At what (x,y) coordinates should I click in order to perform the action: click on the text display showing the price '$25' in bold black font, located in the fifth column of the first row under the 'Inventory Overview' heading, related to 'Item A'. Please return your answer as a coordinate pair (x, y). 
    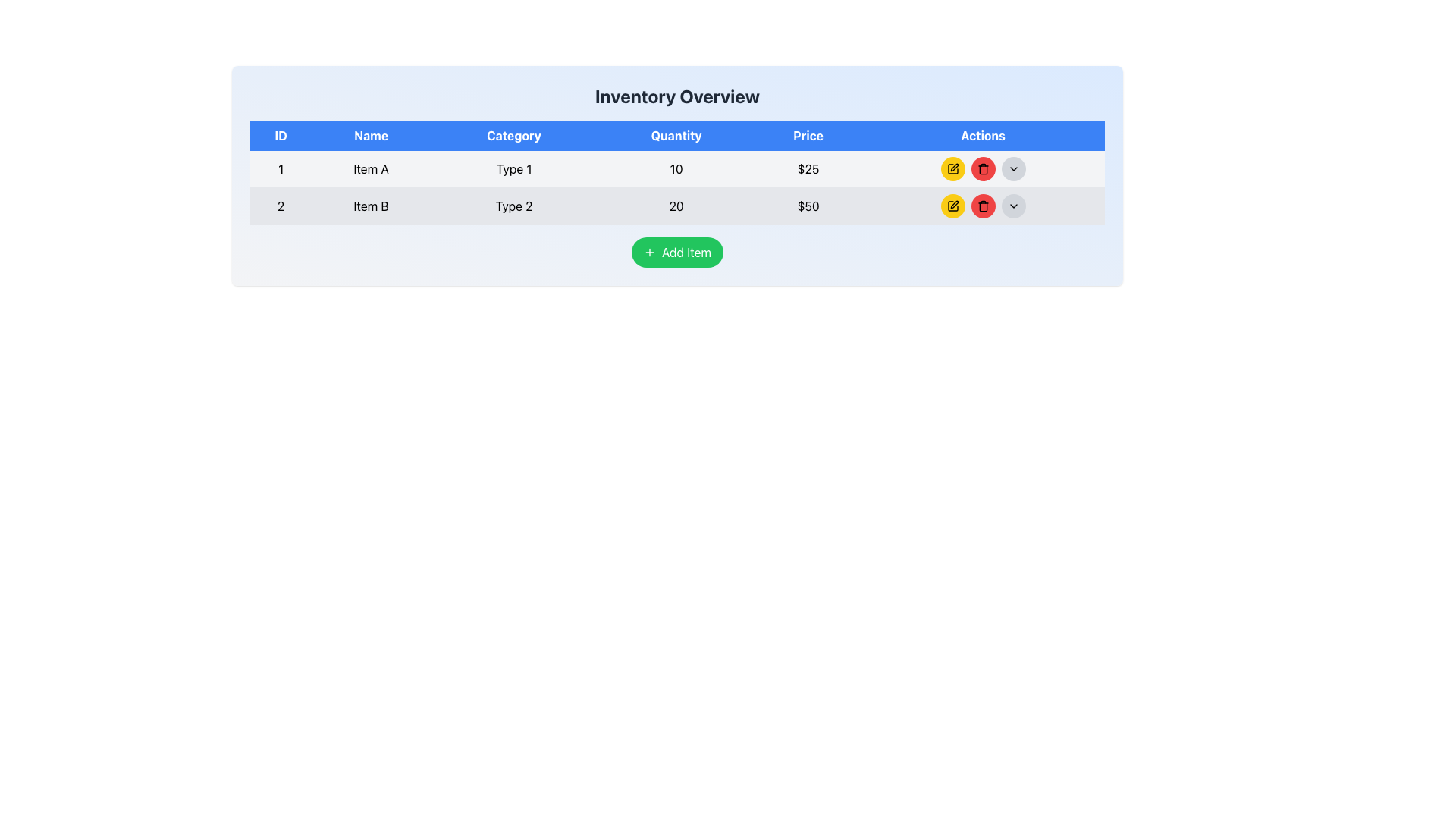
    Looking at the image, I should click on (808, 169).